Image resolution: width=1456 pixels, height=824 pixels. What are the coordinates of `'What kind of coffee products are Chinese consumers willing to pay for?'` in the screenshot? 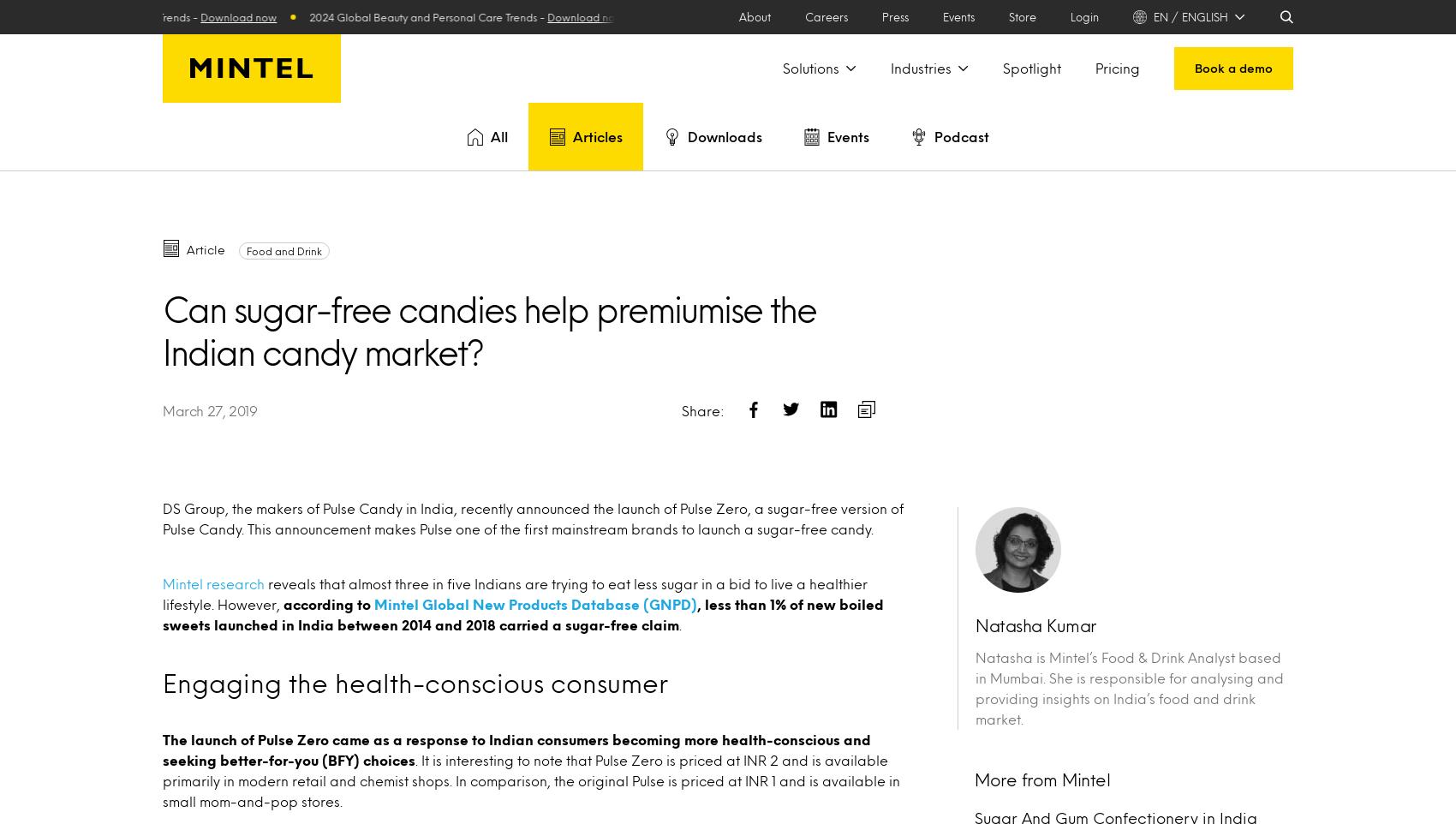 It's located at (335, 325).